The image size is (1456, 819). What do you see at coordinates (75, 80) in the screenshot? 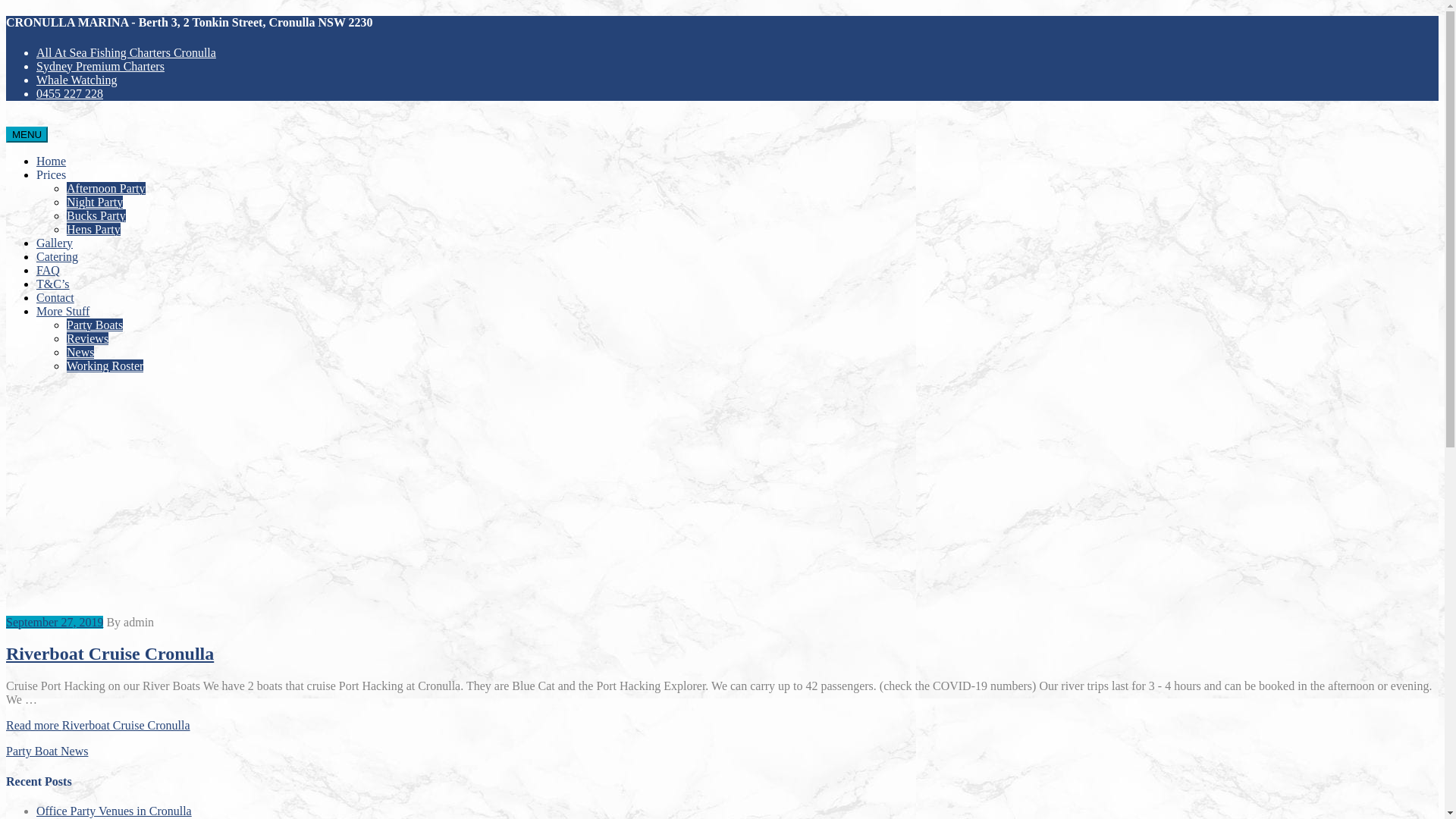
I see `'Whale Watching'` at bounding box center [75, 80].